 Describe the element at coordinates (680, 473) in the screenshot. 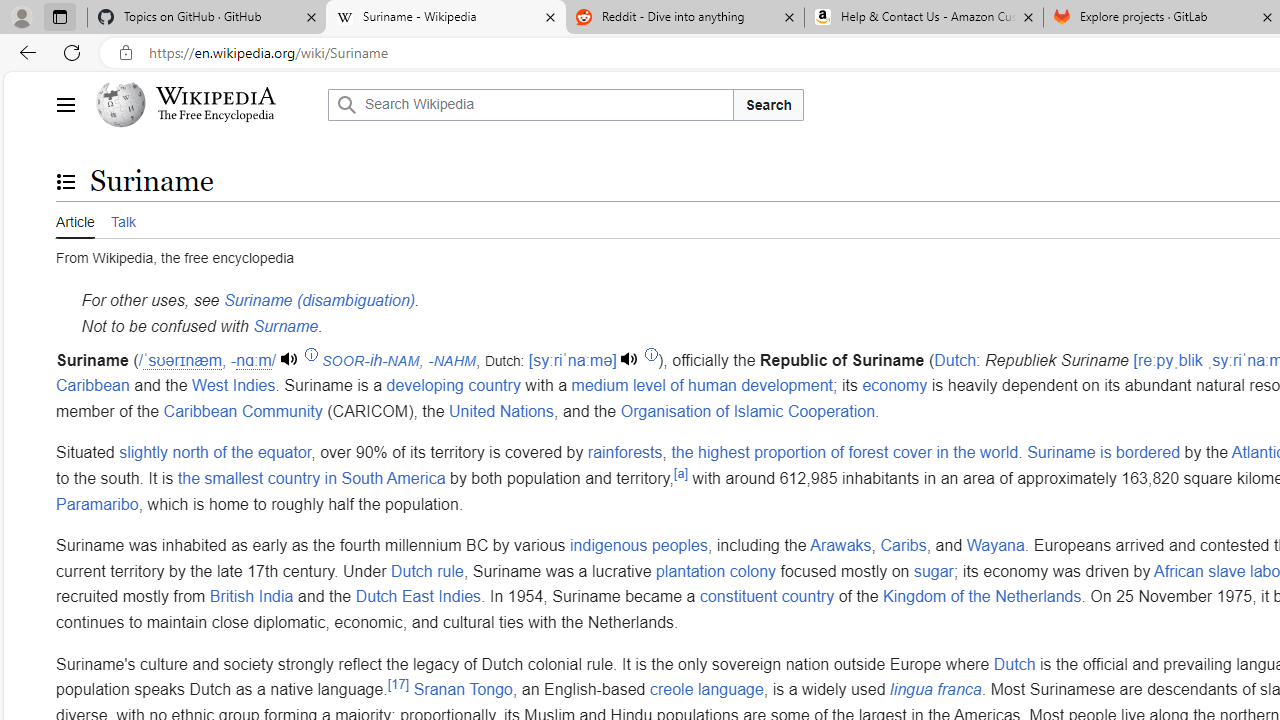

I see `'[a]'` at that location.